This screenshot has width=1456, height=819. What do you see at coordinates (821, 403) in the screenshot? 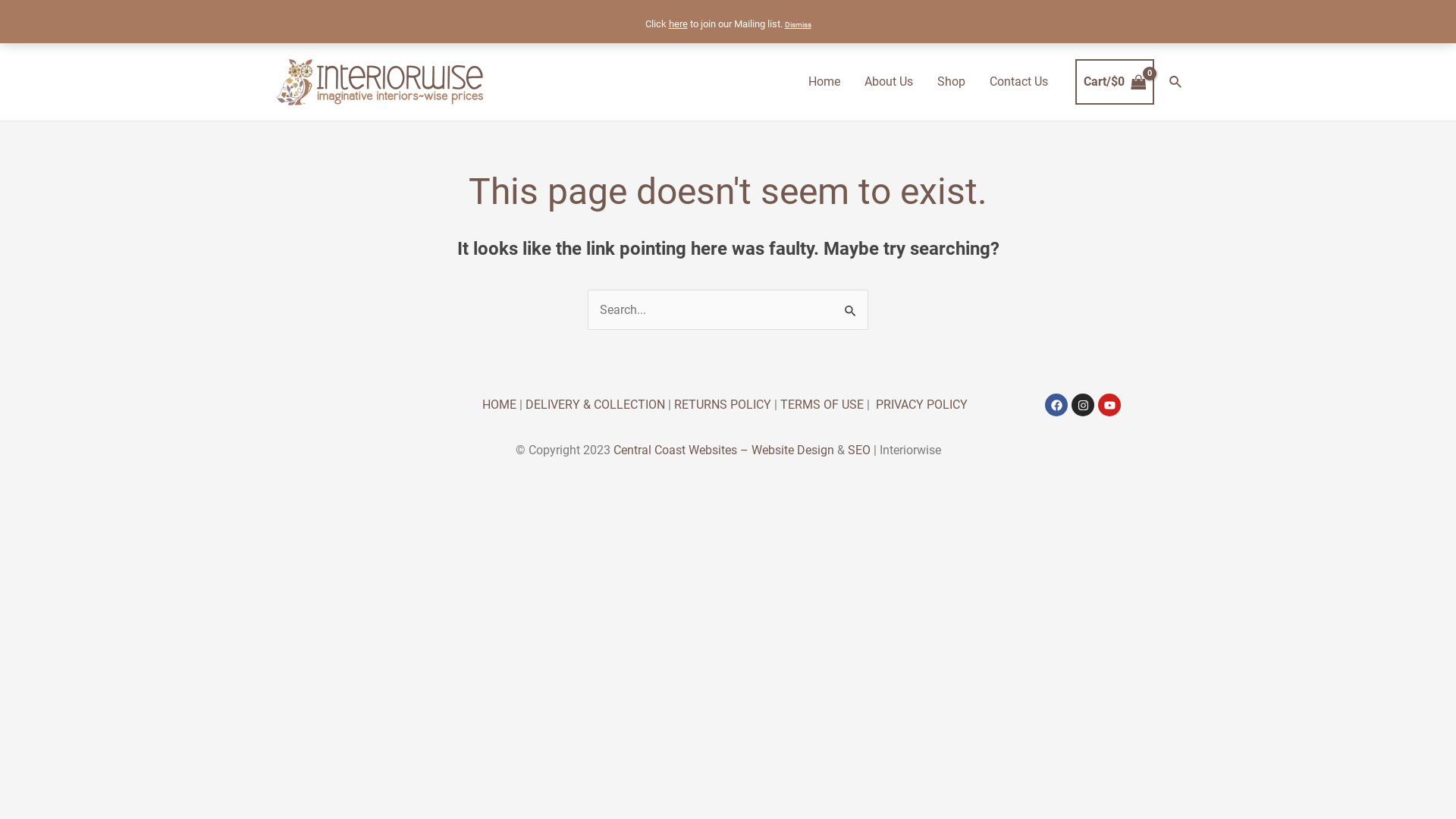
I see `'TERMS OF USE'` at bounding box center [821, 403].